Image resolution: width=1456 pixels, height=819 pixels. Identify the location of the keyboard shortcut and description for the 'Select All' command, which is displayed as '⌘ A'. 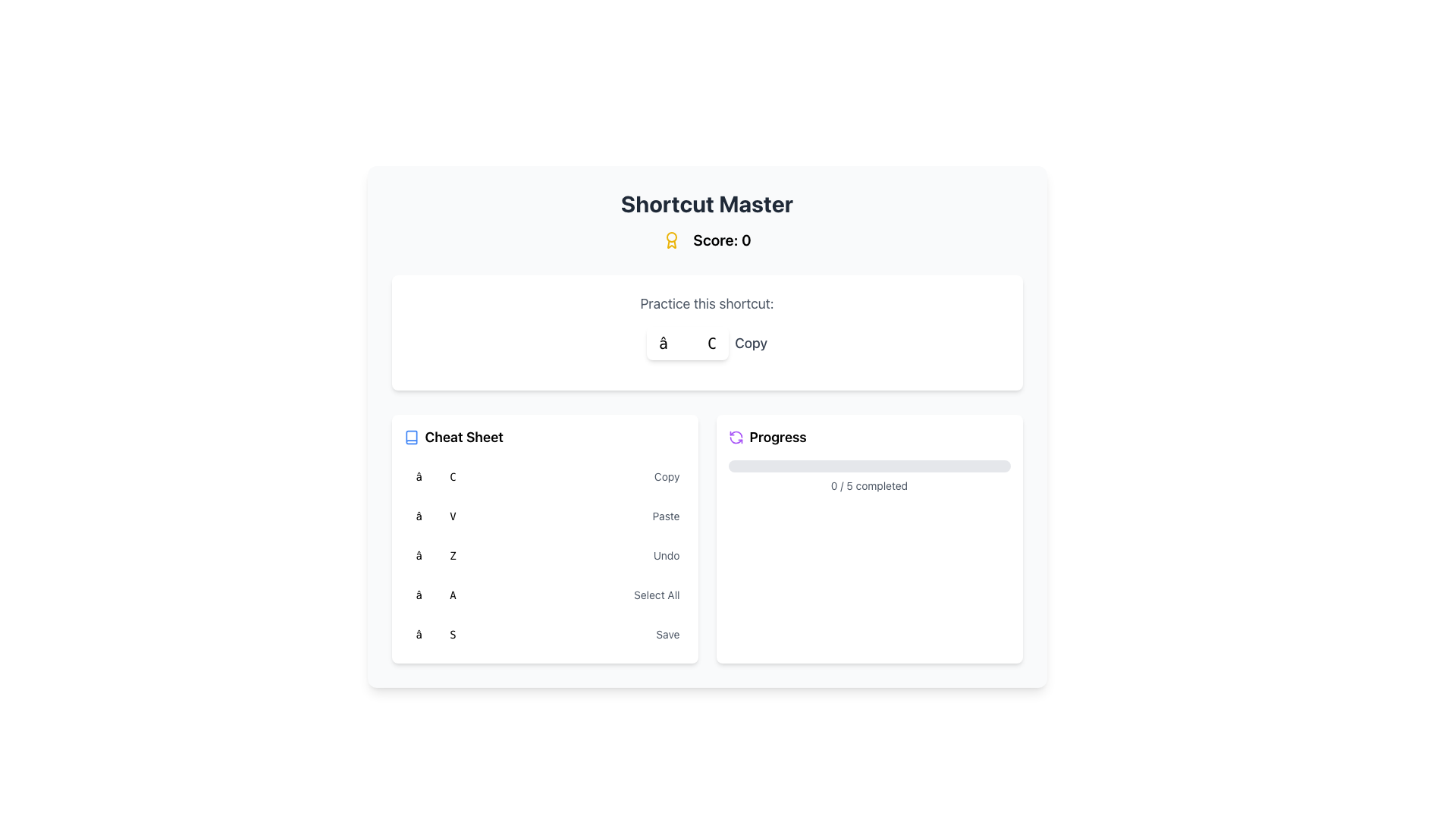
(544, 595).